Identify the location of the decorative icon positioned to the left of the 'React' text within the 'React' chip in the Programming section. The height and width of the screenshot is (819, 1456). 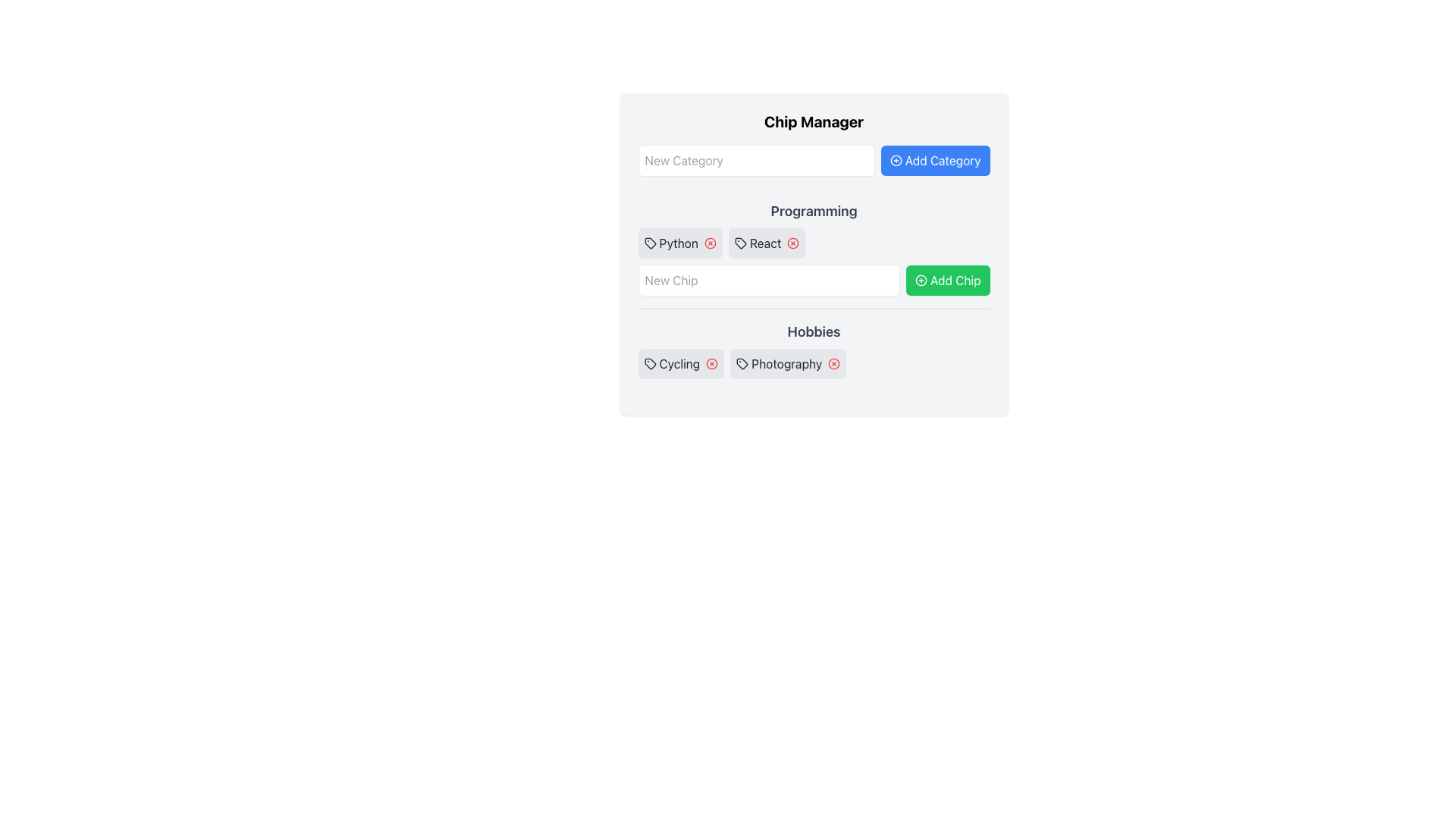
(740, 242).